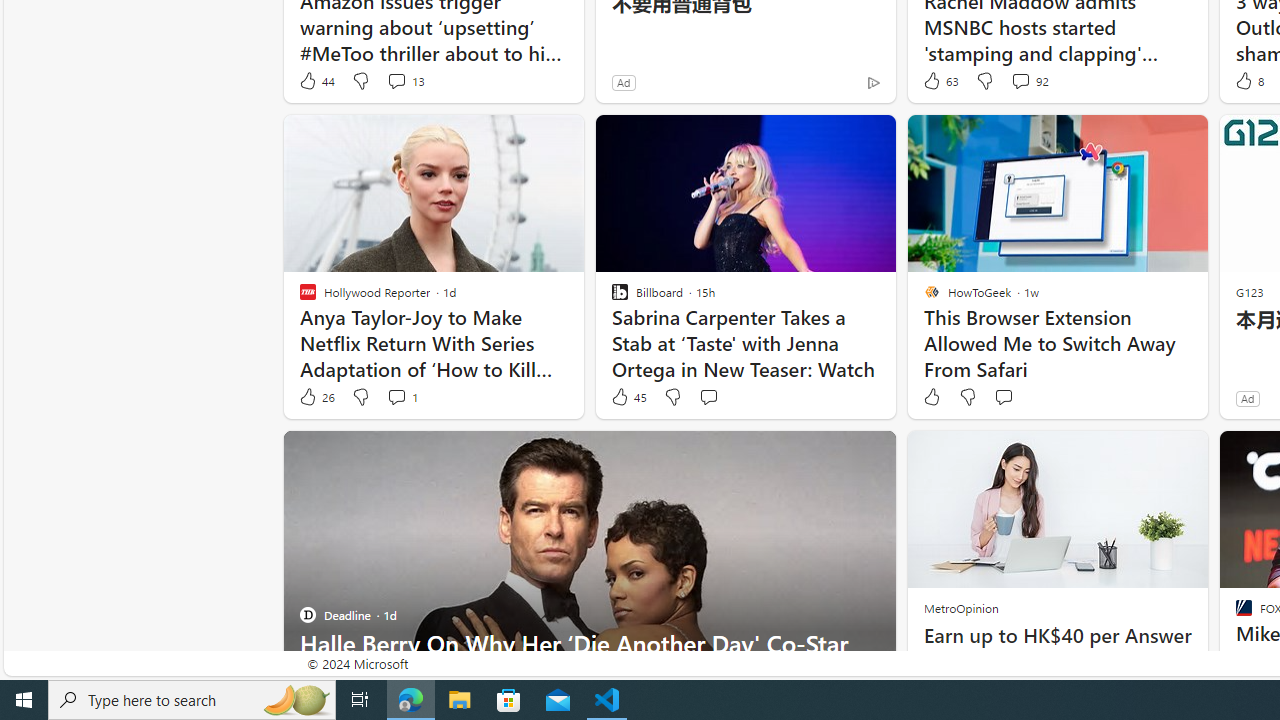  I want to click on '63 Like', so click(938, 80).